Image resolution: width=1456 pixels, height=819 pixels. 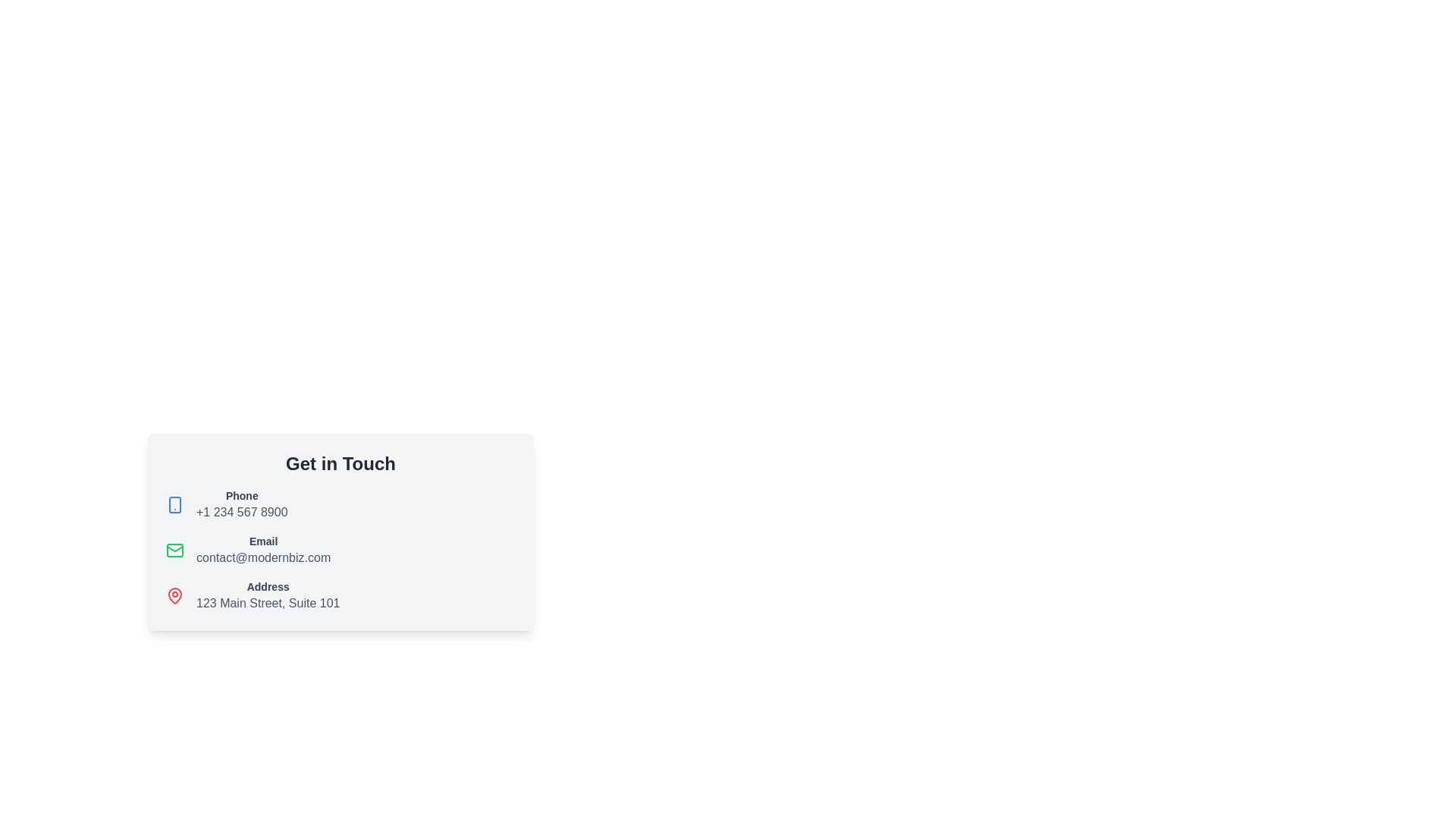 I want to click on the email icon located in the Email section of the contact card, which is the second icon in the vertical arrangement of contact symbols, so click(x=174, y=548).